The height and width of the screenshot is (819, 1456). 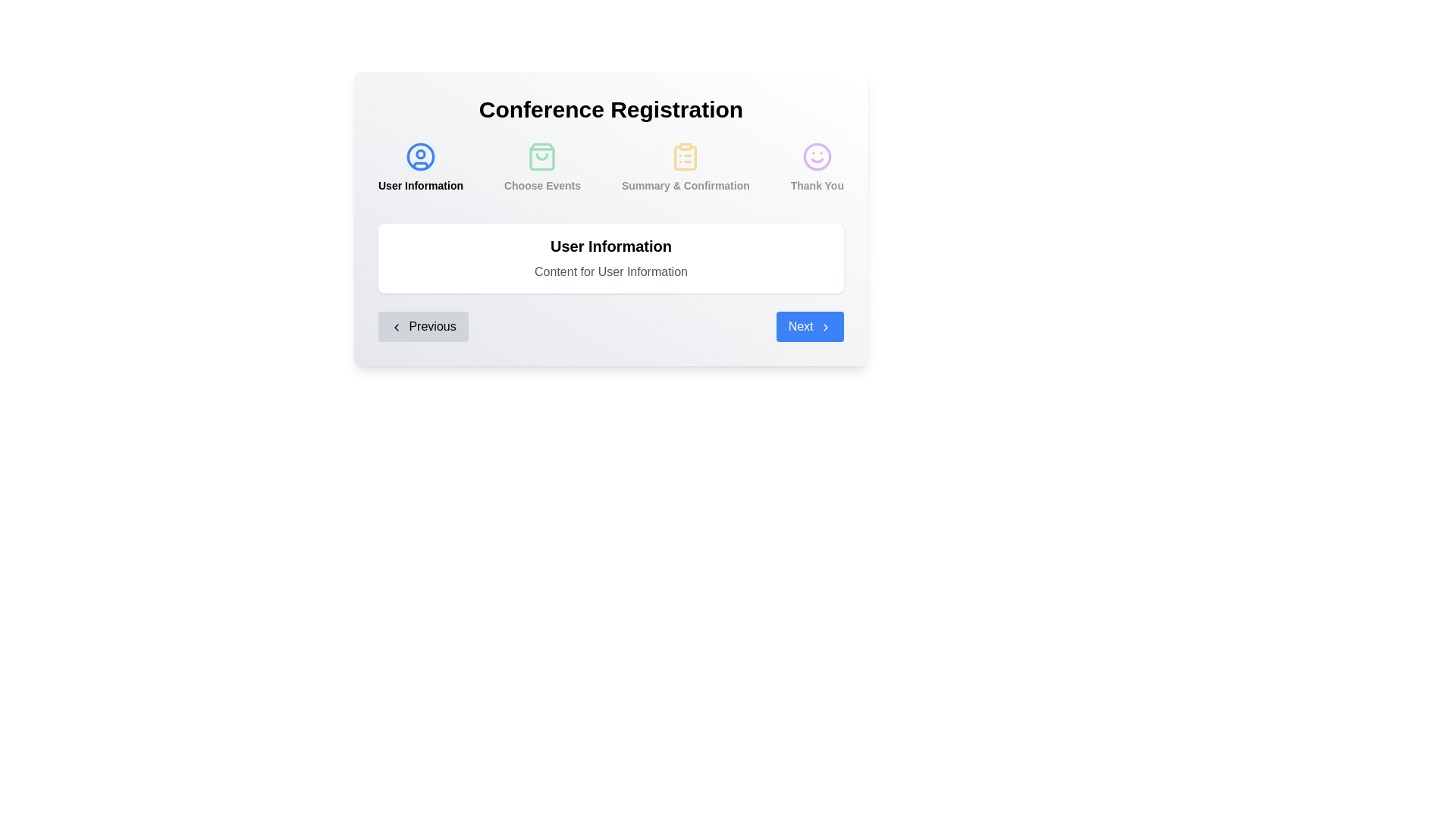 What do you see at coordinates (816, 157) in the screenshot?
I see `the circular purple smiley face icon located to the right of the text 'Thank You', which is the fourth icon in a horizontal row of icons` at bounding box center [816, 157].